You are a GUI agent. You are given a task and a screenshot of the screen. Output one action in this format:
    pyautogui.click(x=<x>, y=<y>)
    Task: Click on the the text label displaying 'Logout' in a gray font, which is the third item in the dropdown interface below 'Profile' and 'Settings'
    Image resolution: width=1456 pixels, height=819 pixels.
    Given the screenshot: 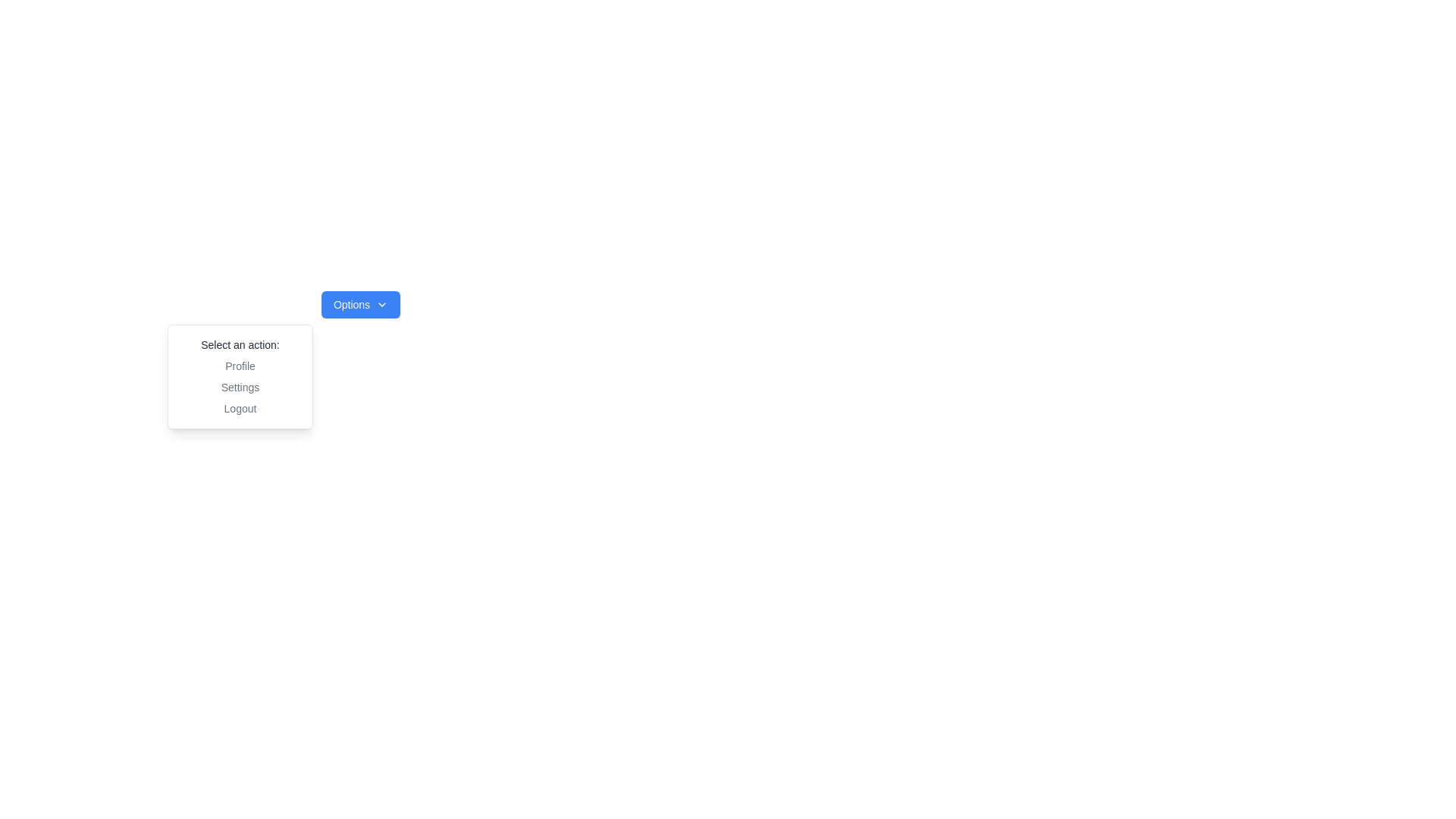 What is the action you would take?
    pyautogui.click(x=239, y=408)
    